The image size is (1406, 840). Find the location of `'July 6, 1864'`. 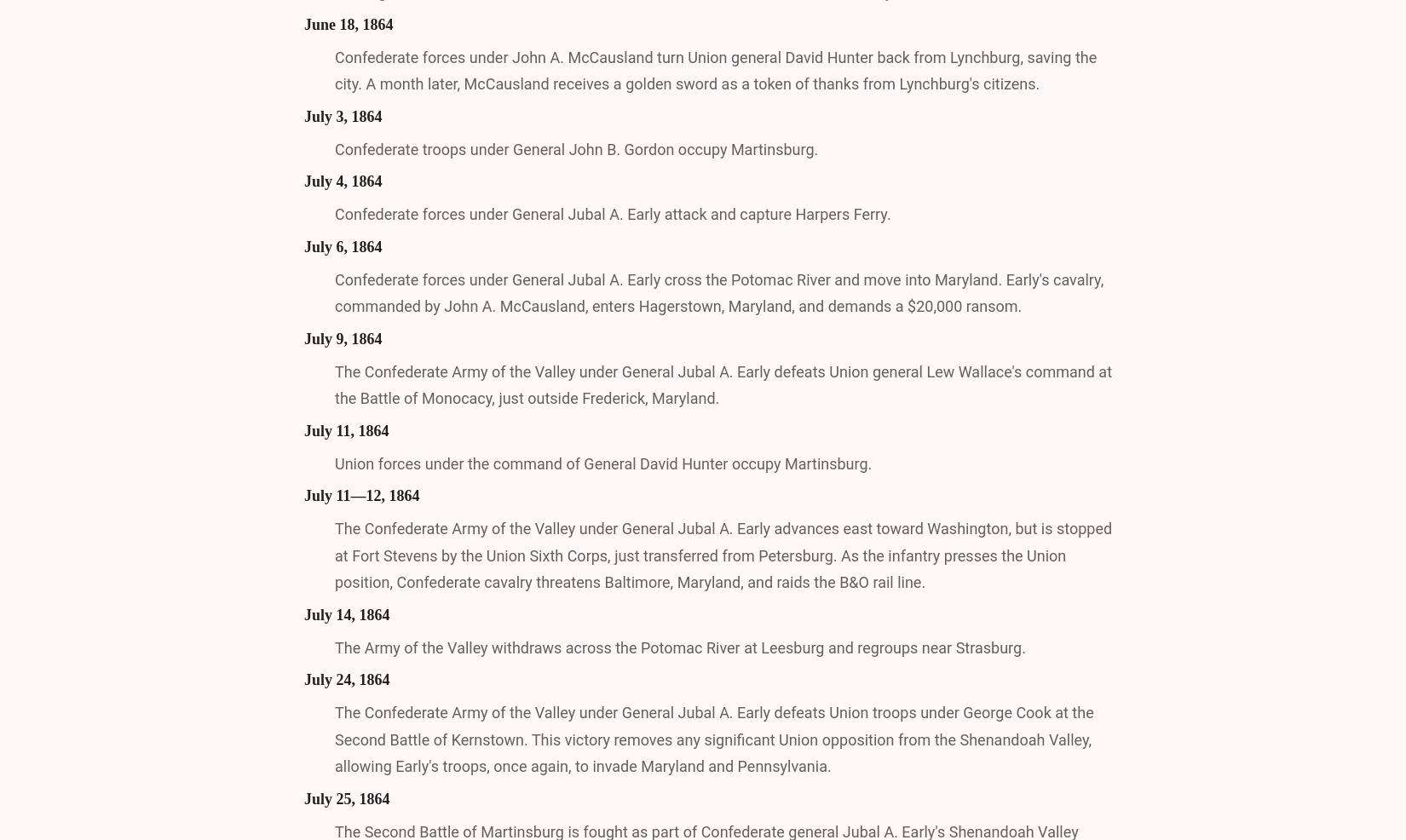

'July 6, 1864' is located at coordinates (343, 245).